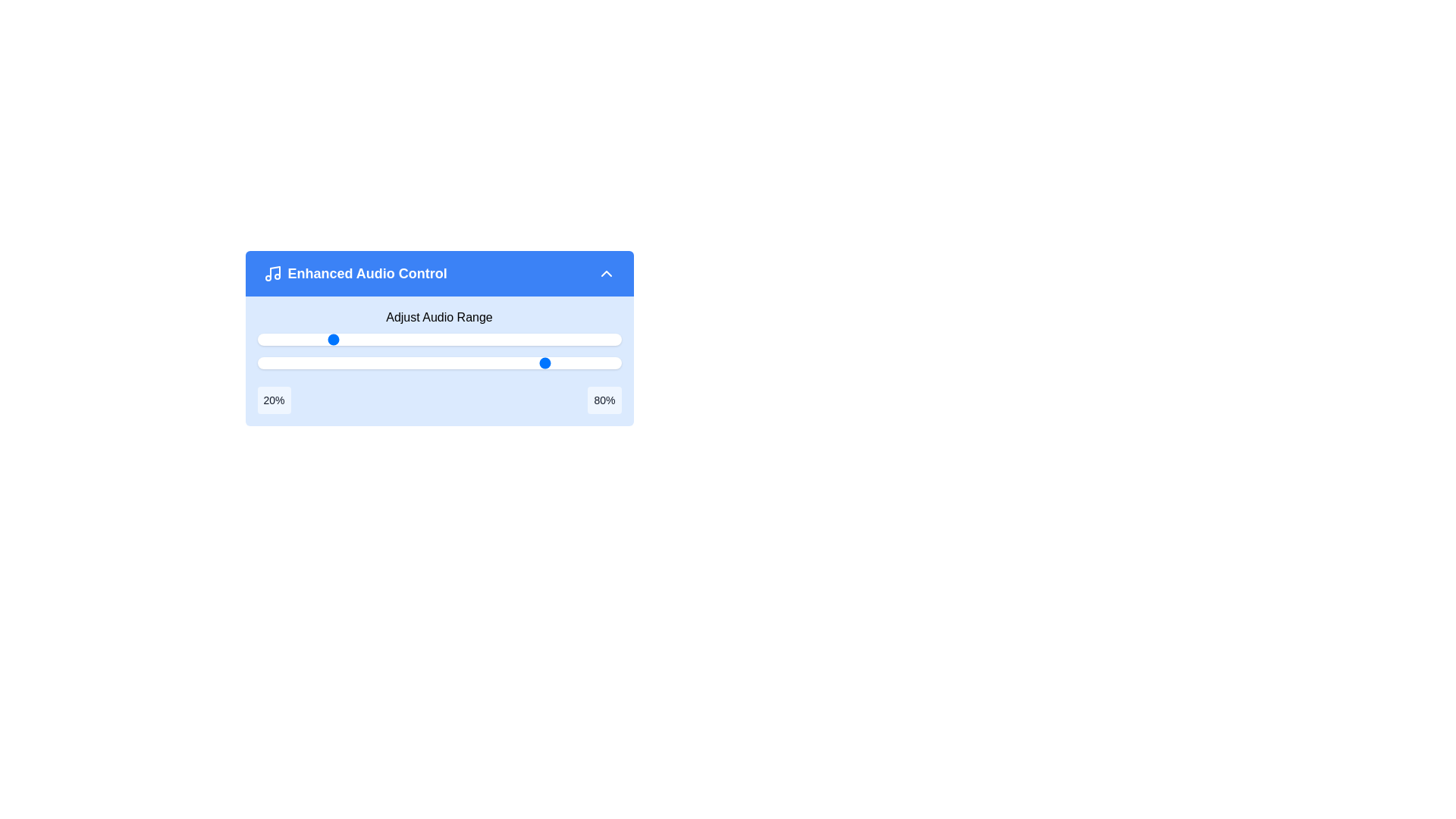  Describe the element at coordinates (438, 274) in the screenshot. I see `the header bar with toggle control that has a blue background and displays 'Enhanced Audio Control'` at that location.